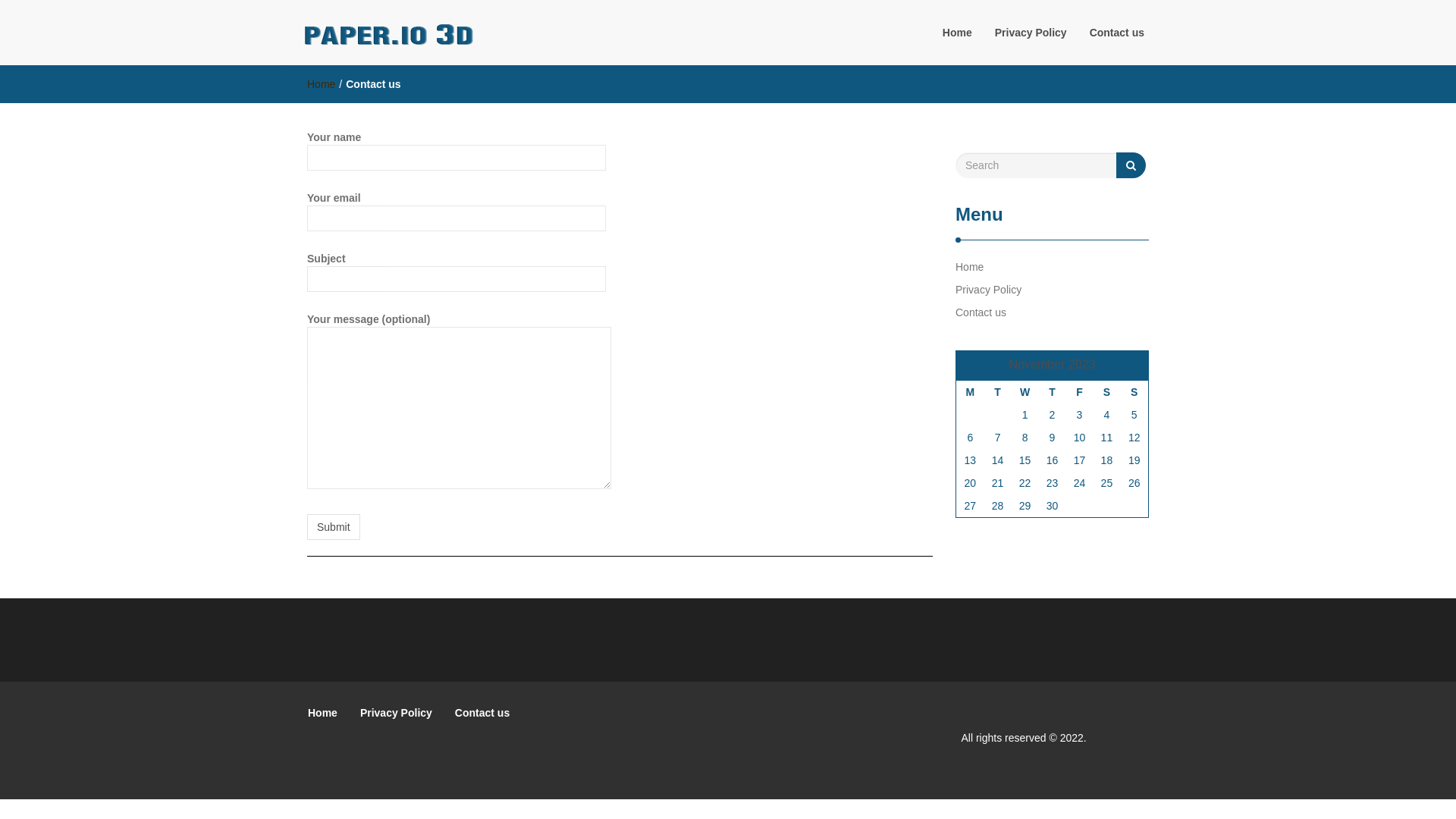 This screenshot has width=1456, height=819. I want to click on 'Submit', so click(333, 526).